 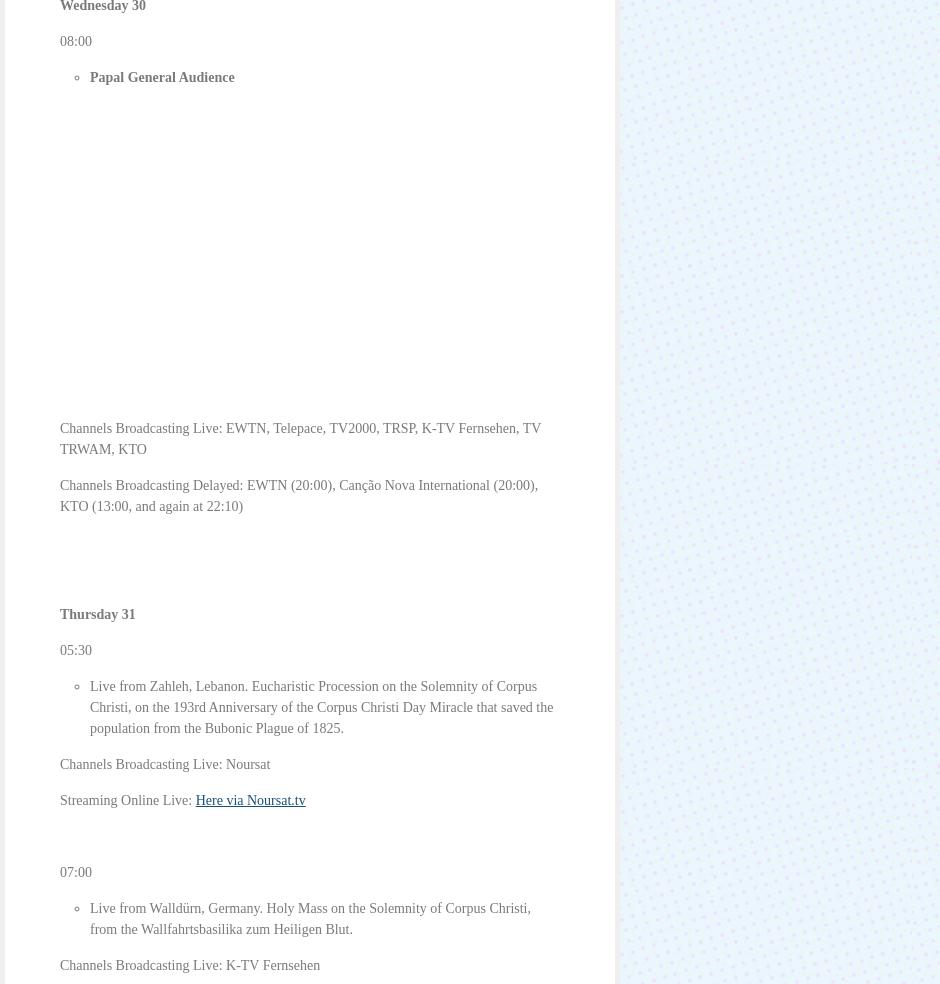 What do you see at coordinates (74, 650) in the screenshot?
I see `'05:30'` at bounding box center [74, 650].